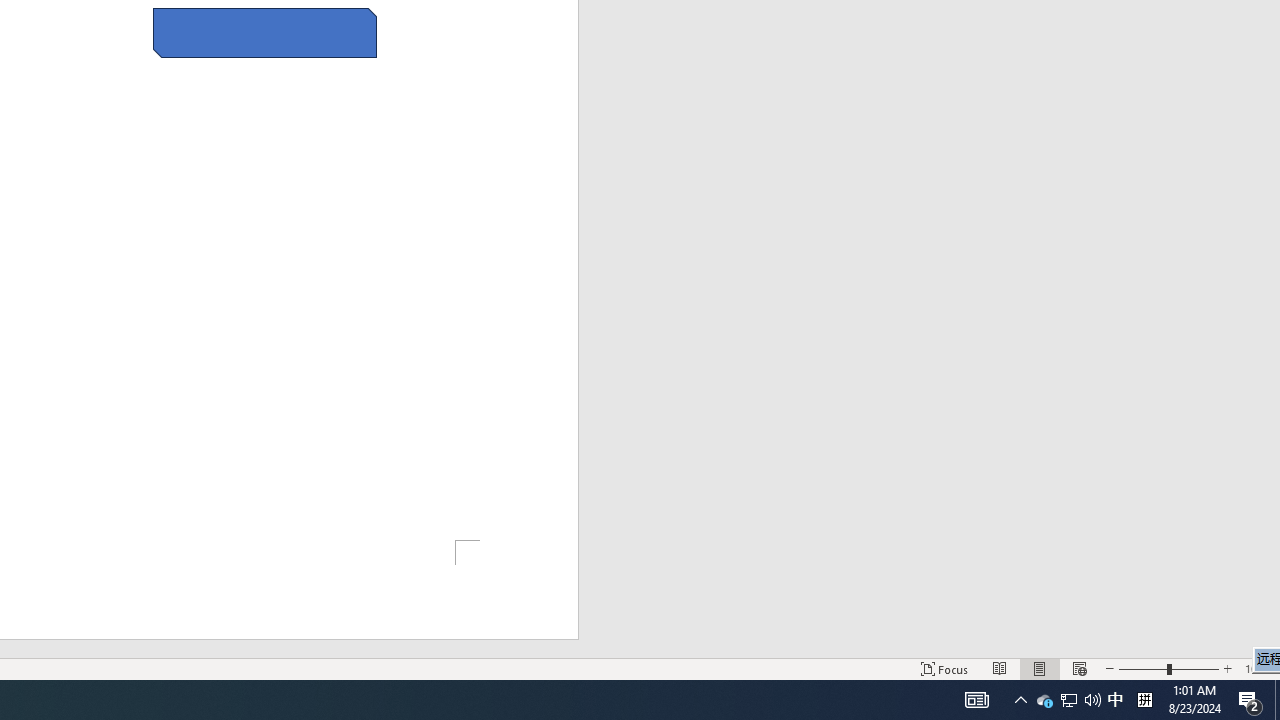 This screenshot has width=1280, height=720. I want to click on 'Zoom 104%', so click(1257, 669).